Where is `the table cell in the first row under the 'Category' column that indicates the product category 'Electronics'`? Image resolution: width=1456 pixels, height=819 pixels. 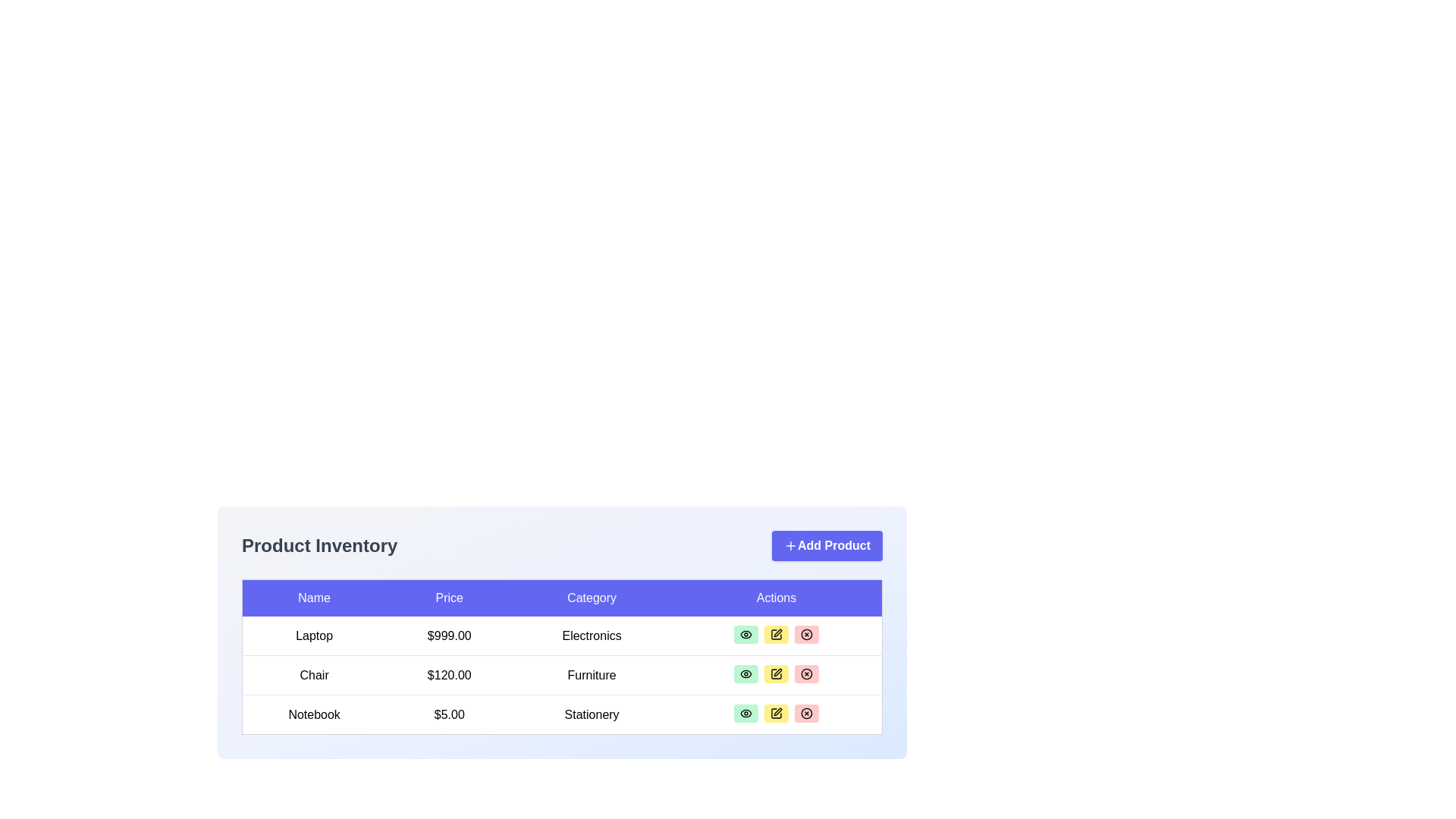
the table cell in the first row under the 'Category' column that indicates the product category 'Electronics' is located at coordinates (561, 629).